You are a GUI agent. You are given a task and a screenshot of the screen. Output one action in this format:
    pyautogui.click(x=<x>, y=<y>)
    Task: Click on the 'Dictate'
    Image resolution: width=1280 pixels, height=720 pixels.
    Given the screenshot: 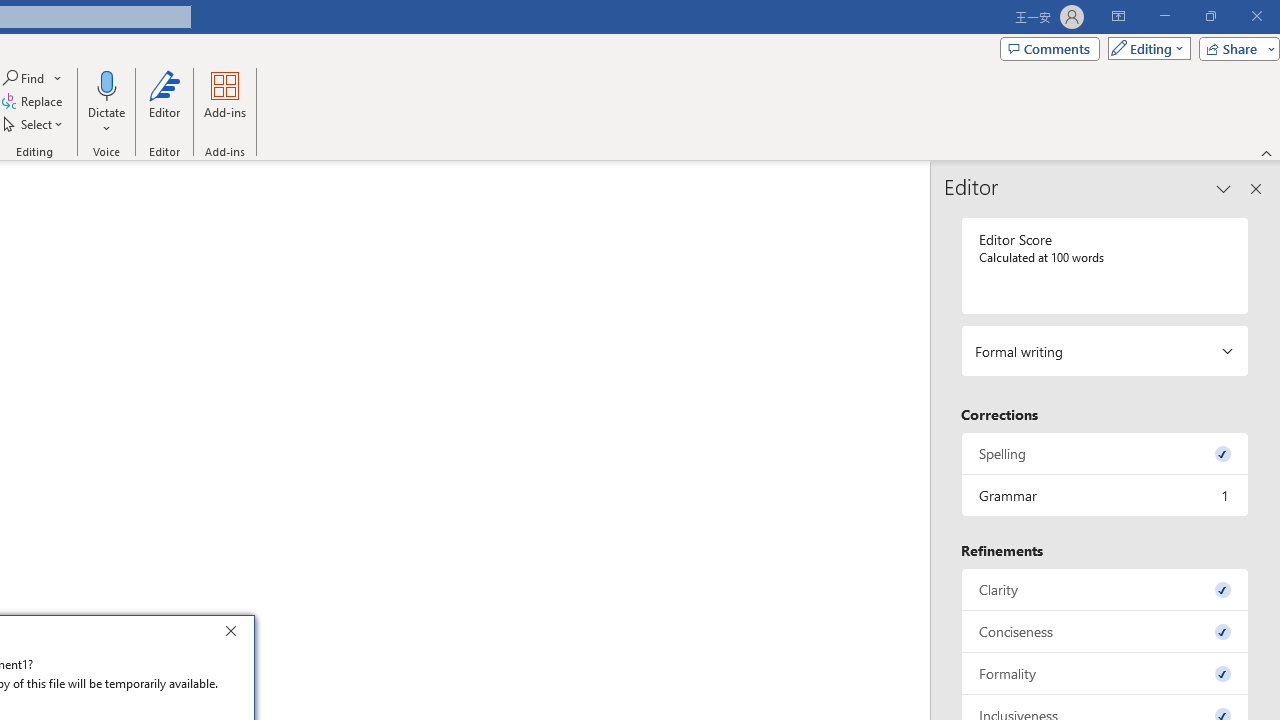 What is the action you would take?
    pyautogui.click(x=105, y=84)
    